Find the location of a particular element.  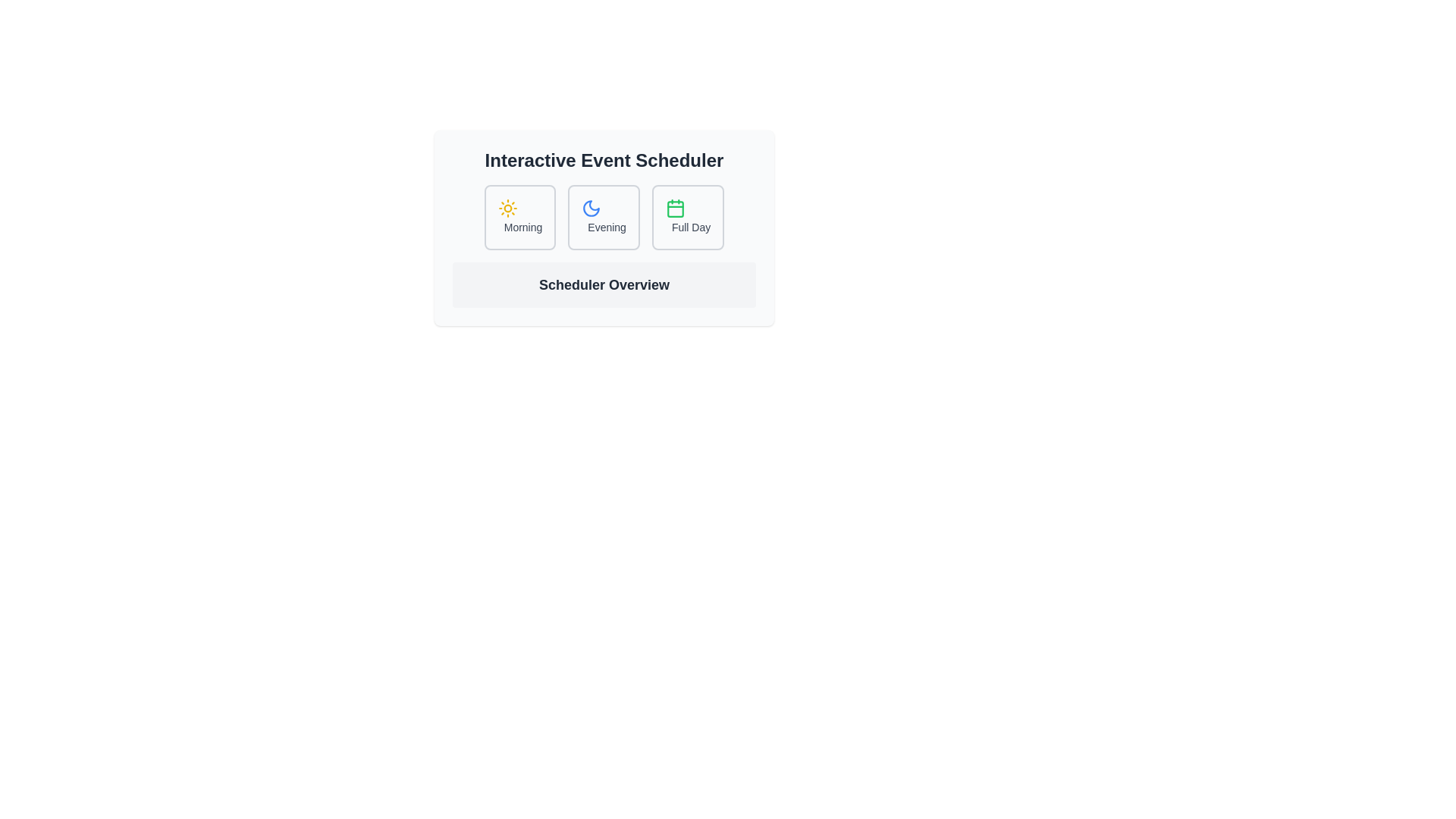

the 'Evening' button, which is the second button from the left in a row of three, located between the 'Morning' and 'Full Day' buttons is located at coordinates (603, 217).